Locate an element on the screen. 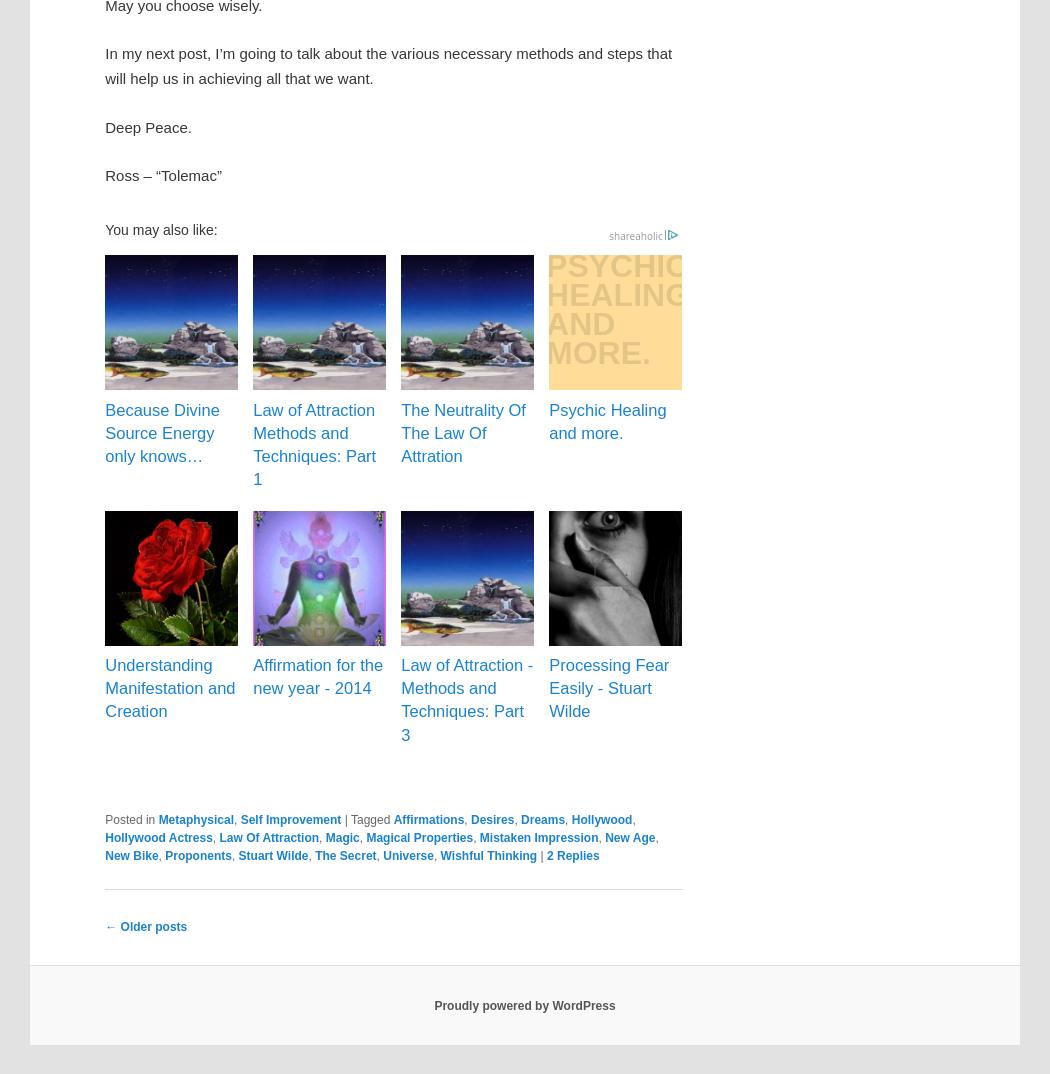 The width and height of the screenshot is (1050, 1074). 'Because Divine Source Energy only knows…' is located at coordinates (162, 430).